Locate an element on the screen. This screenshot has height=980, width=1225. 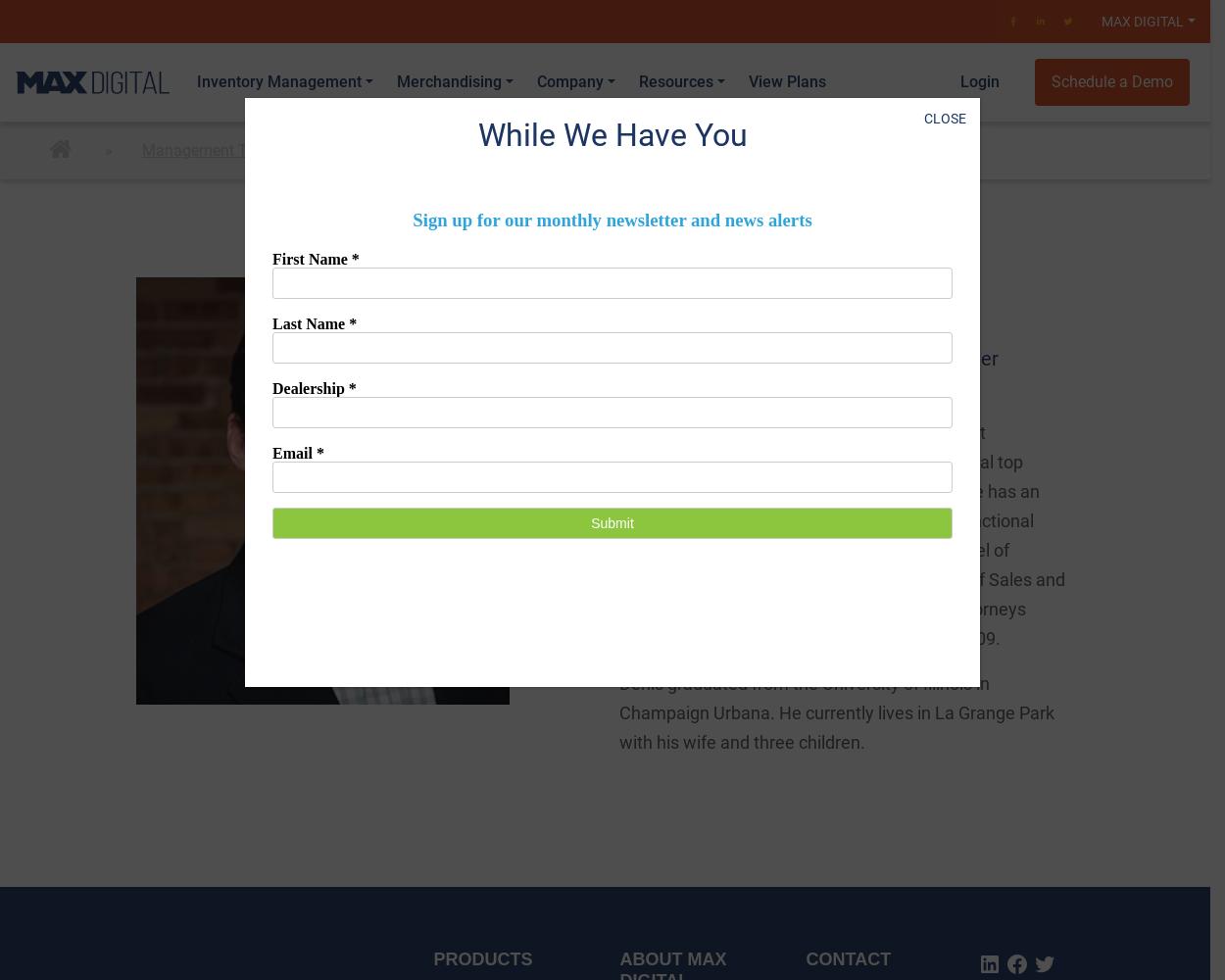
'MAX Digital' is located at coordinates (1101, 22).